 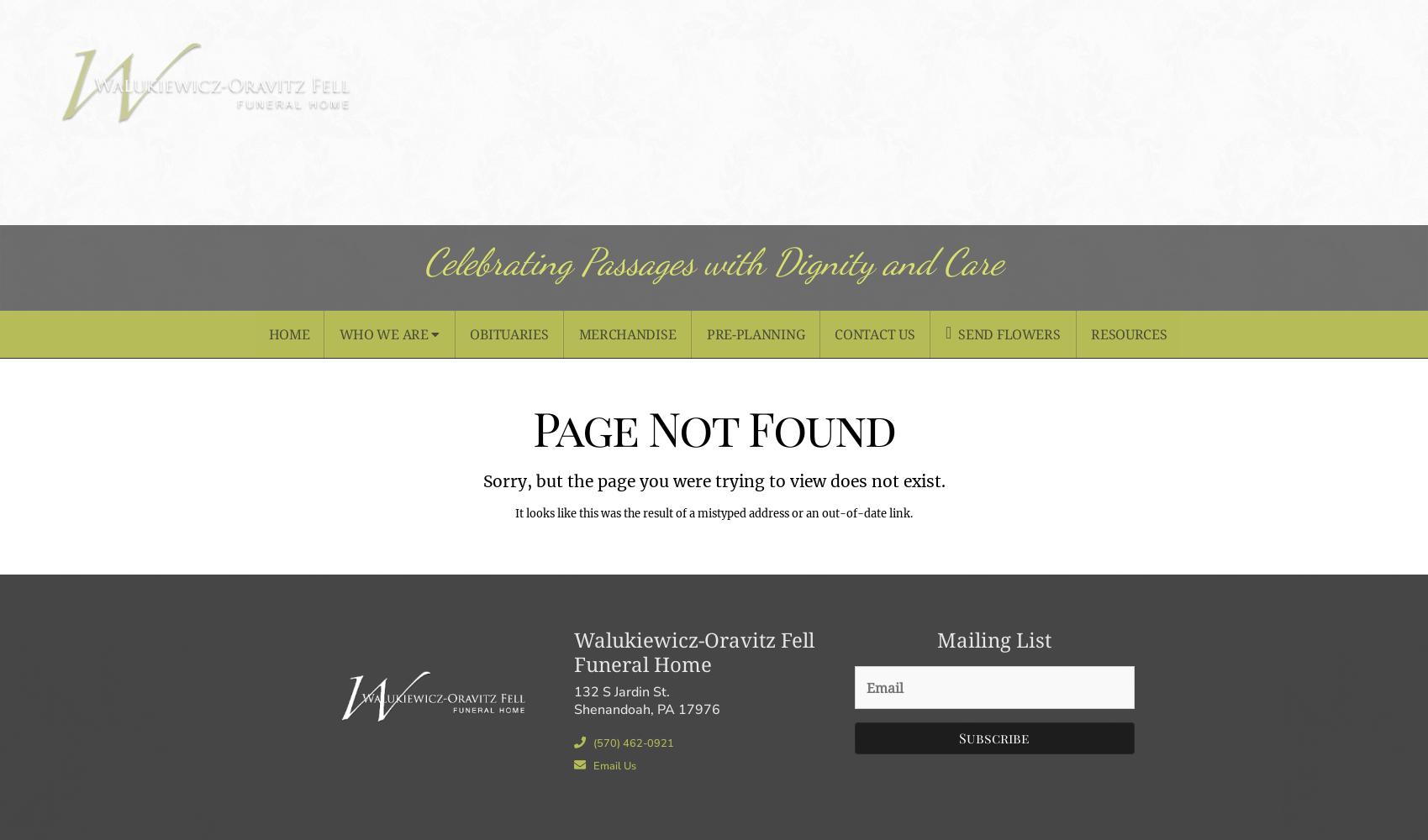 I want to click on 'Email Us', so click(x=613, y=765).